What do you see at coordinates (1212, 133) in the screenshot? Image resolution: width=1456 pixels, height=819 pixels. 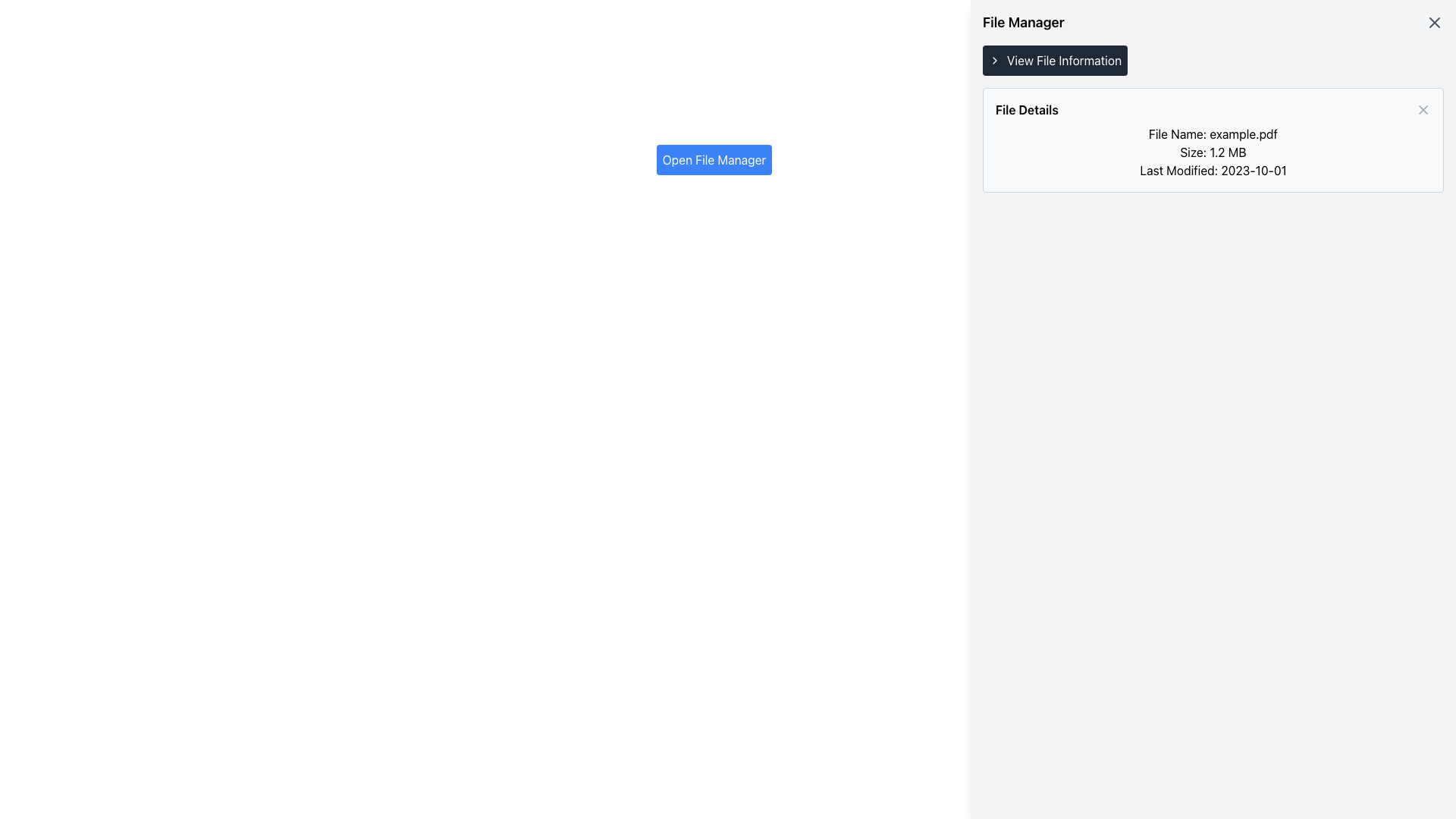 I see `the text label displaying 'File Name: example.pdf', which is the first label in a stack of three within the 'File Details' box on the right panel` at bounding box center [1212, 133].